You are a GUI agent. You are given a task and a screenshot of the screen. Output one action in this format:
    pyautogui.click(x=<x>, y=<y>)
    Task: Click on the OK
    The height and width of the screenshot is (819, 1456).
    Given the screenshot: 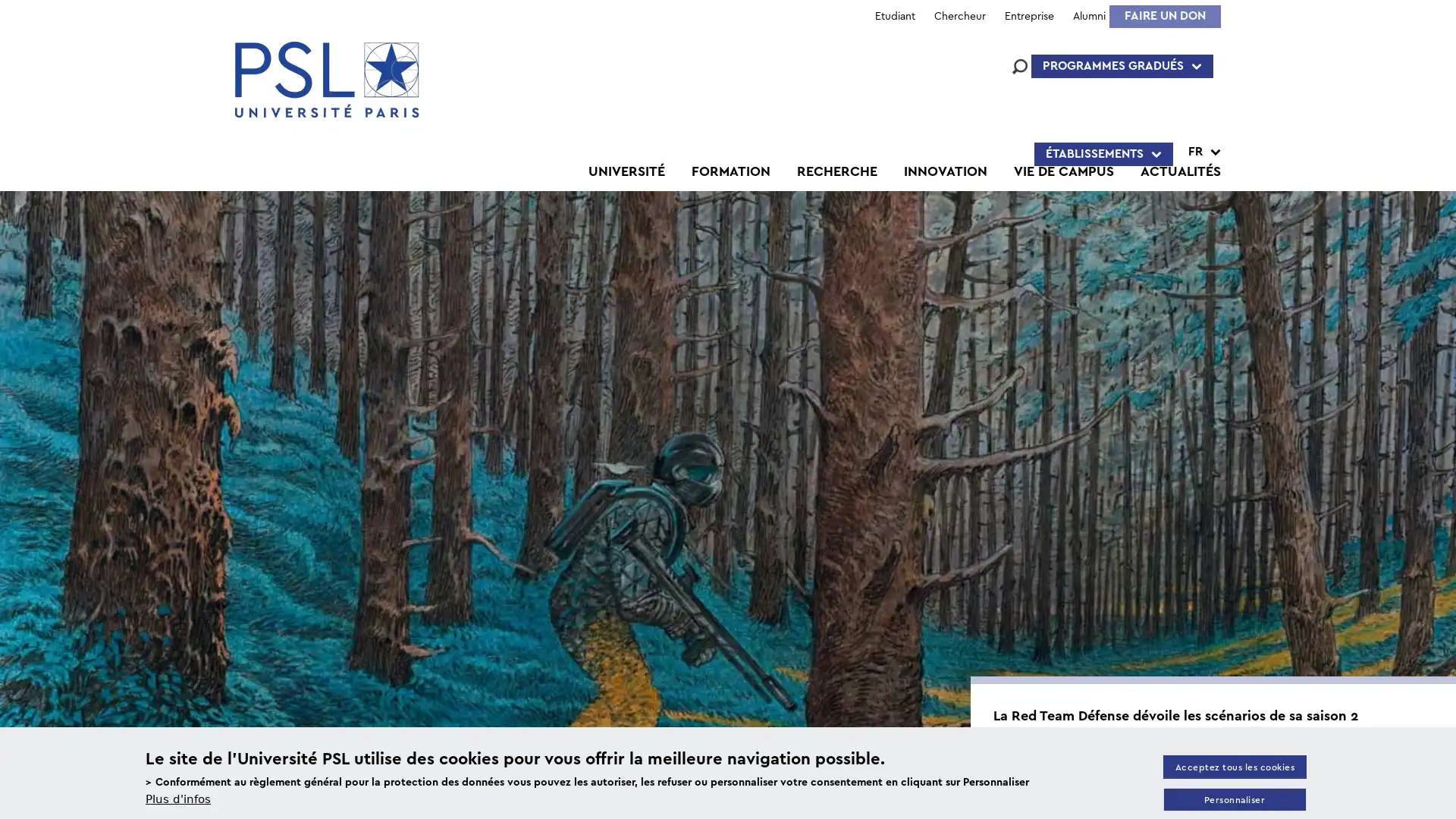 What is the action you would take?
    pyautogui.click(x=1075, y=564)
    